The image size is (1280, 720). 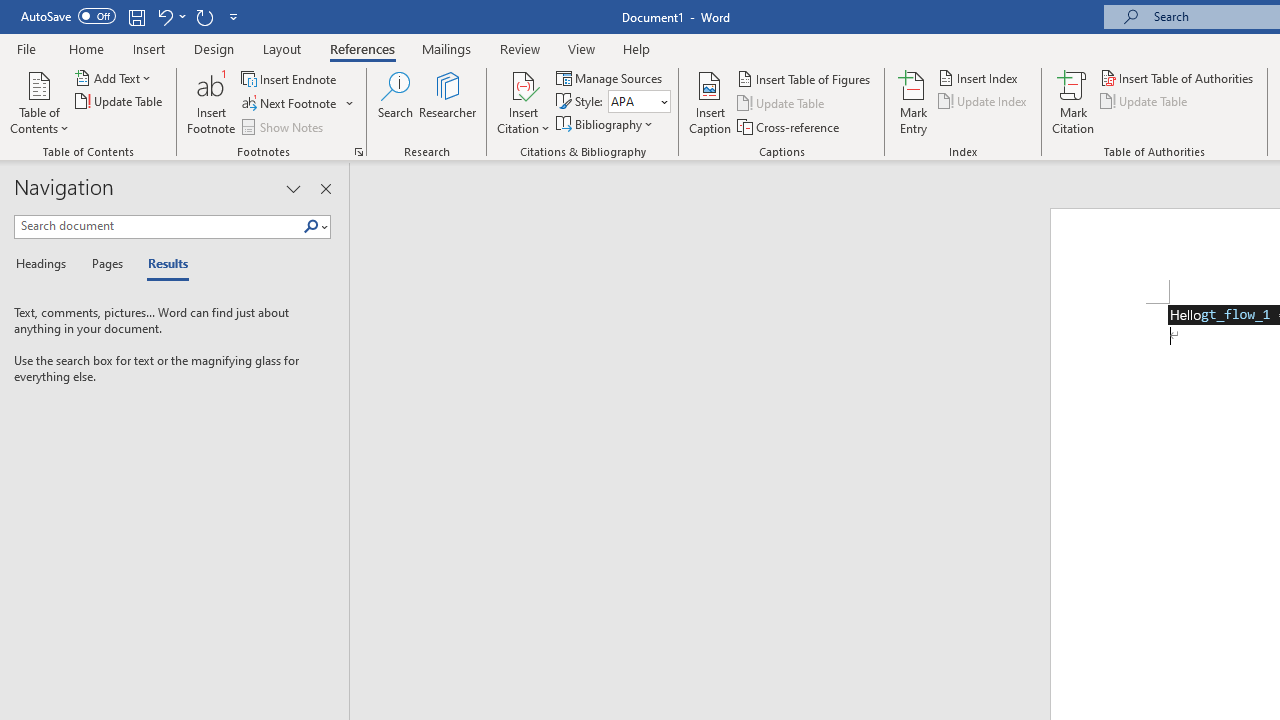 I want to click on 'Task Pane Options', so click(x=292, y=189).